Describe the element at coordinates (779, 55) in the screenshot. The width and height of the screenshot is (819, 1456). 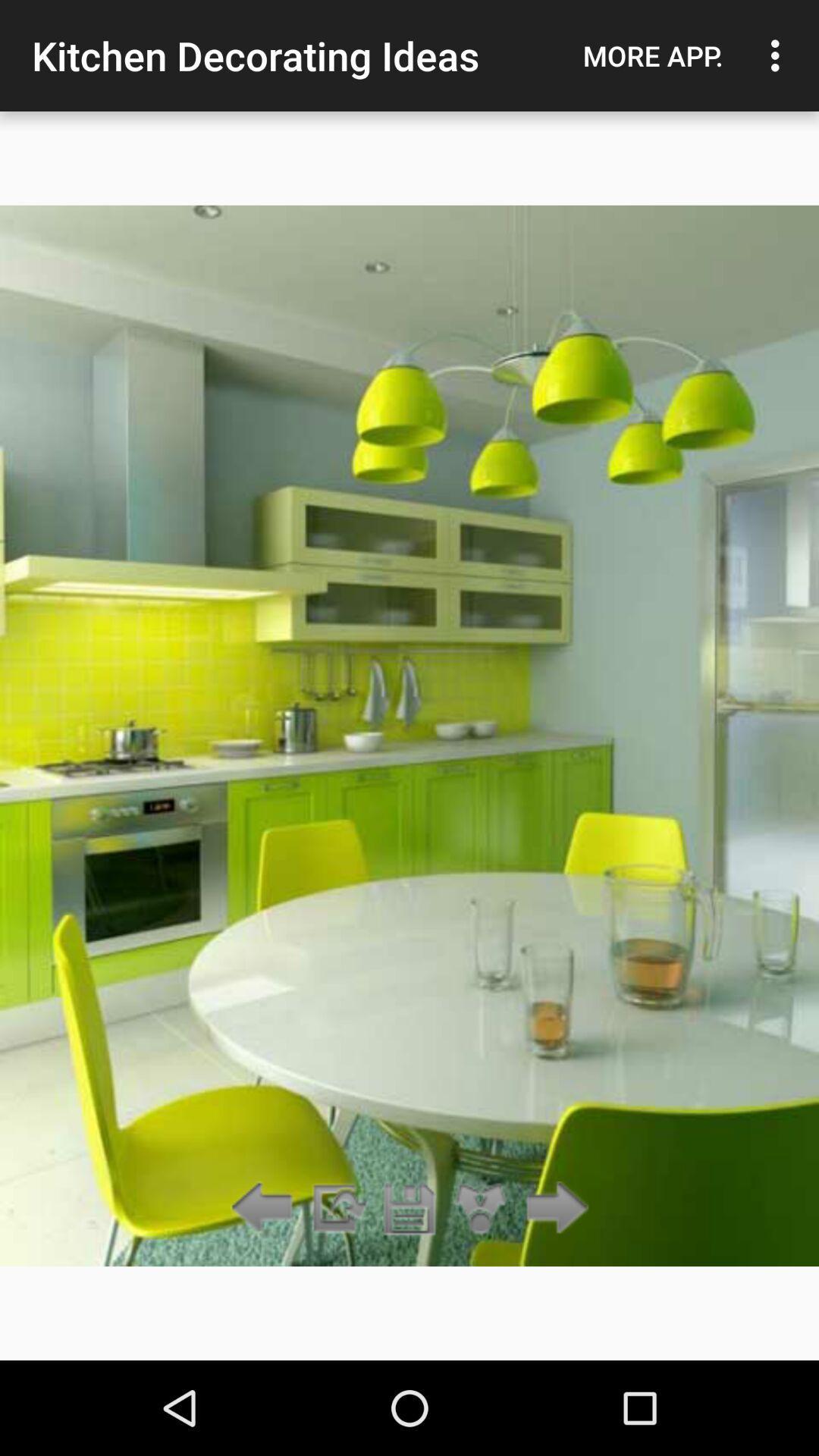
I see `the item next to the more app. item` at that location.